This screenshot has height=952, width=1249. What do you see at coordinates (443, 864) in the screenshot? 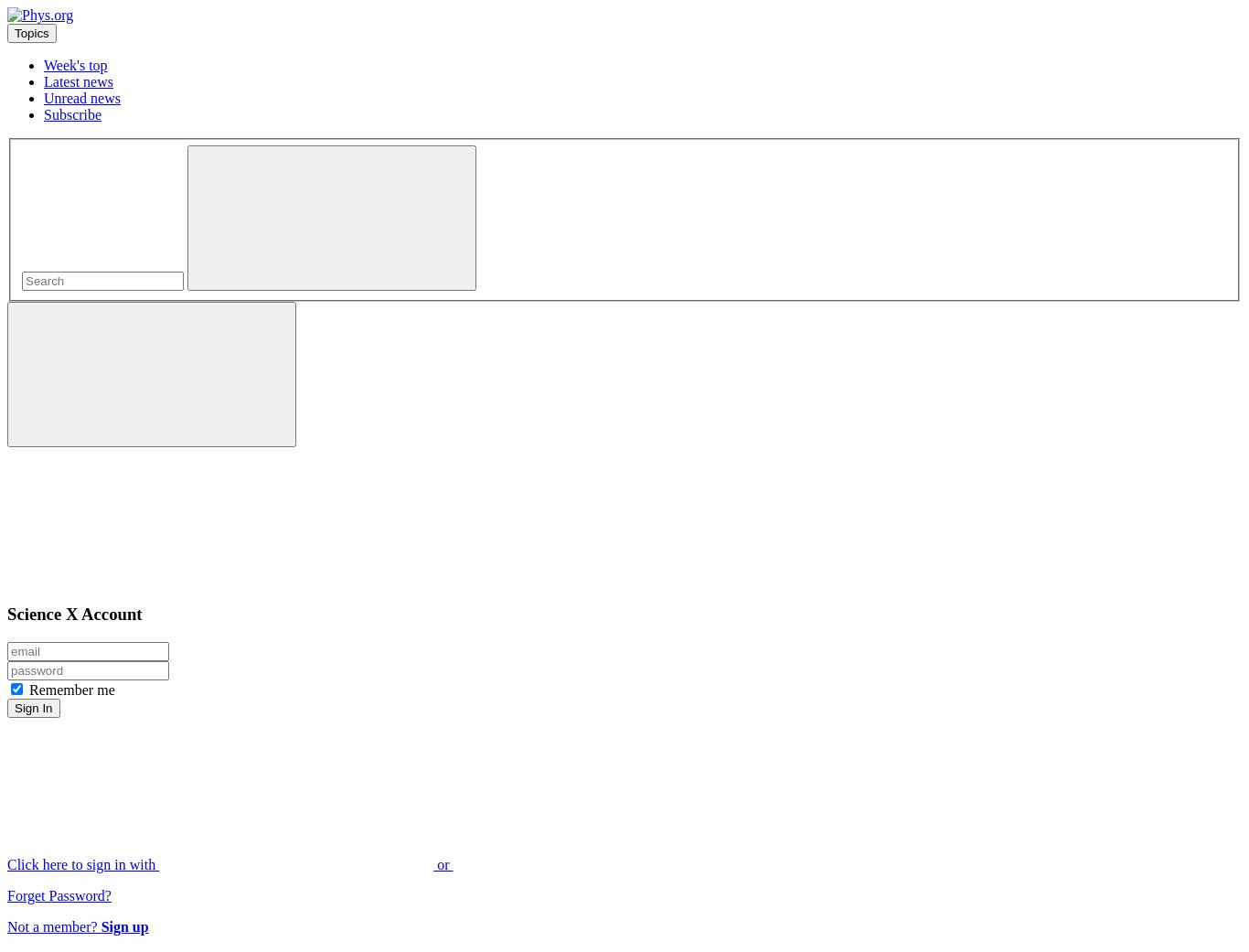
I see `'or'` at bounding box center [443, 864].